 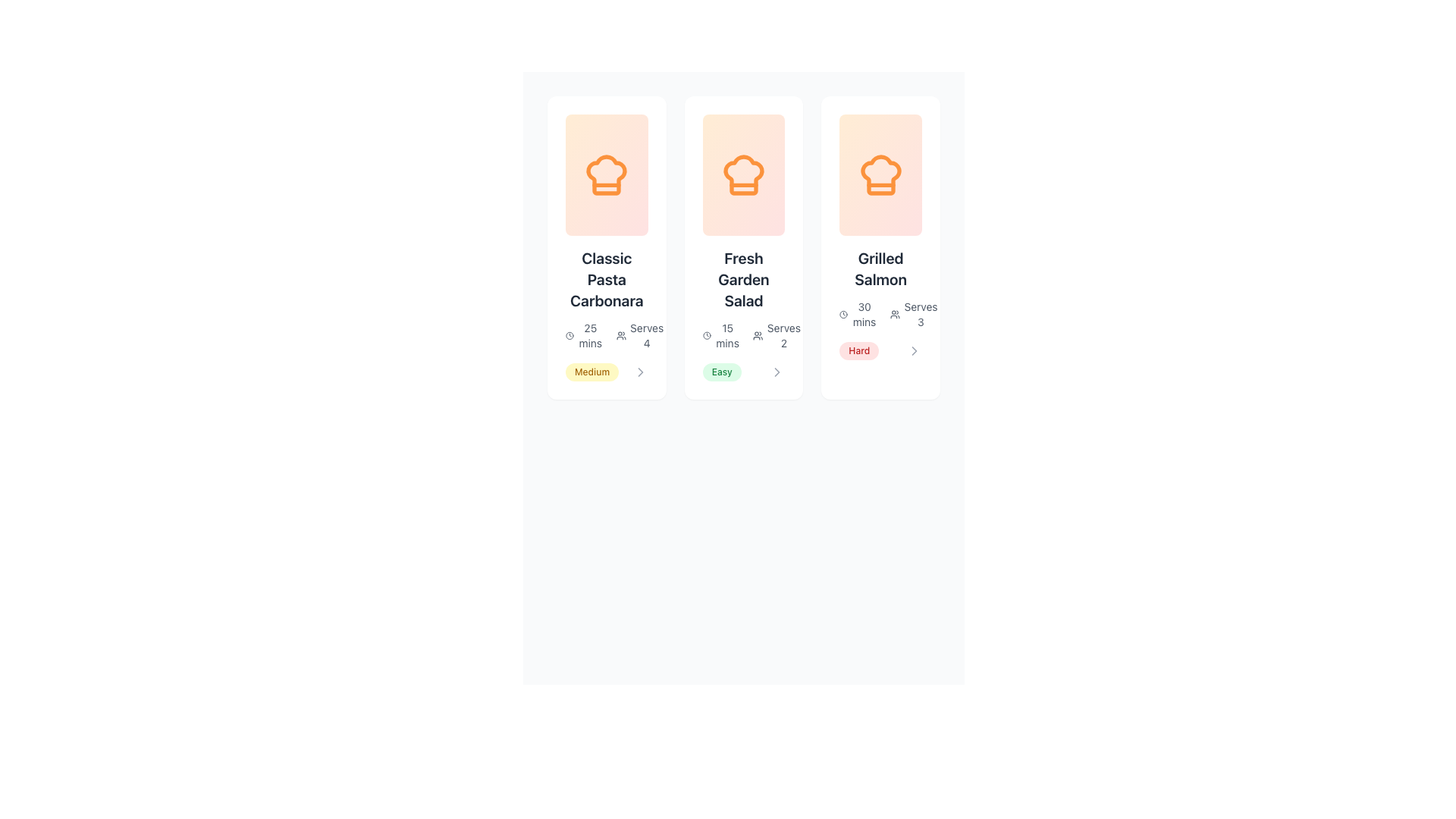 I want to click on the Text Label providing preparation time for the 'Grilled Salmon' recipe, which is located next to a clock icon, so click(x=864, y=314).